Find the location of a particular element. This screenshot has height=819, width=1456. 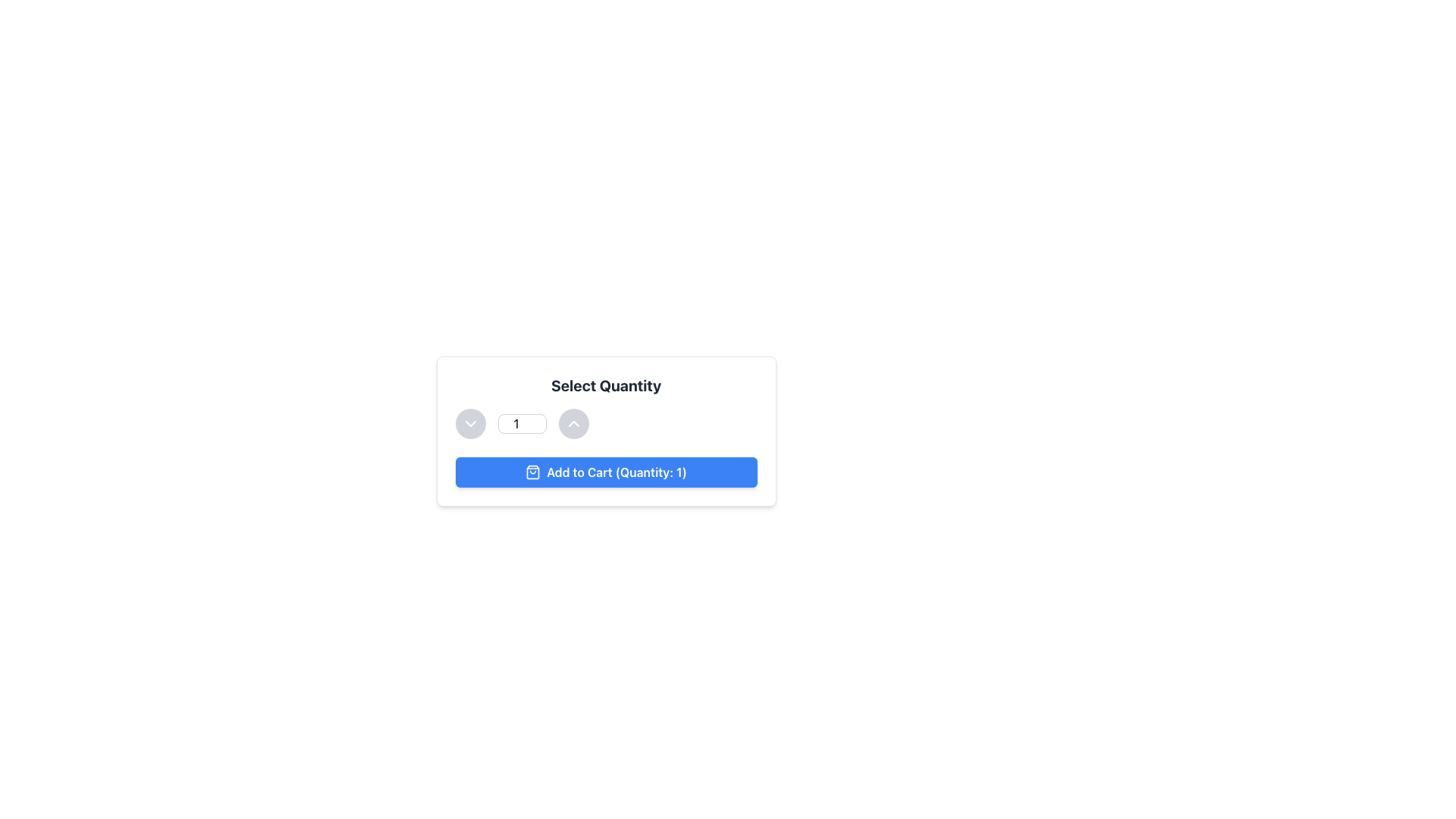

the increment button located to the right of the numeric input box in the 'Select Quantity' section to increase the quantity by one is located at coordinates (573, 424).